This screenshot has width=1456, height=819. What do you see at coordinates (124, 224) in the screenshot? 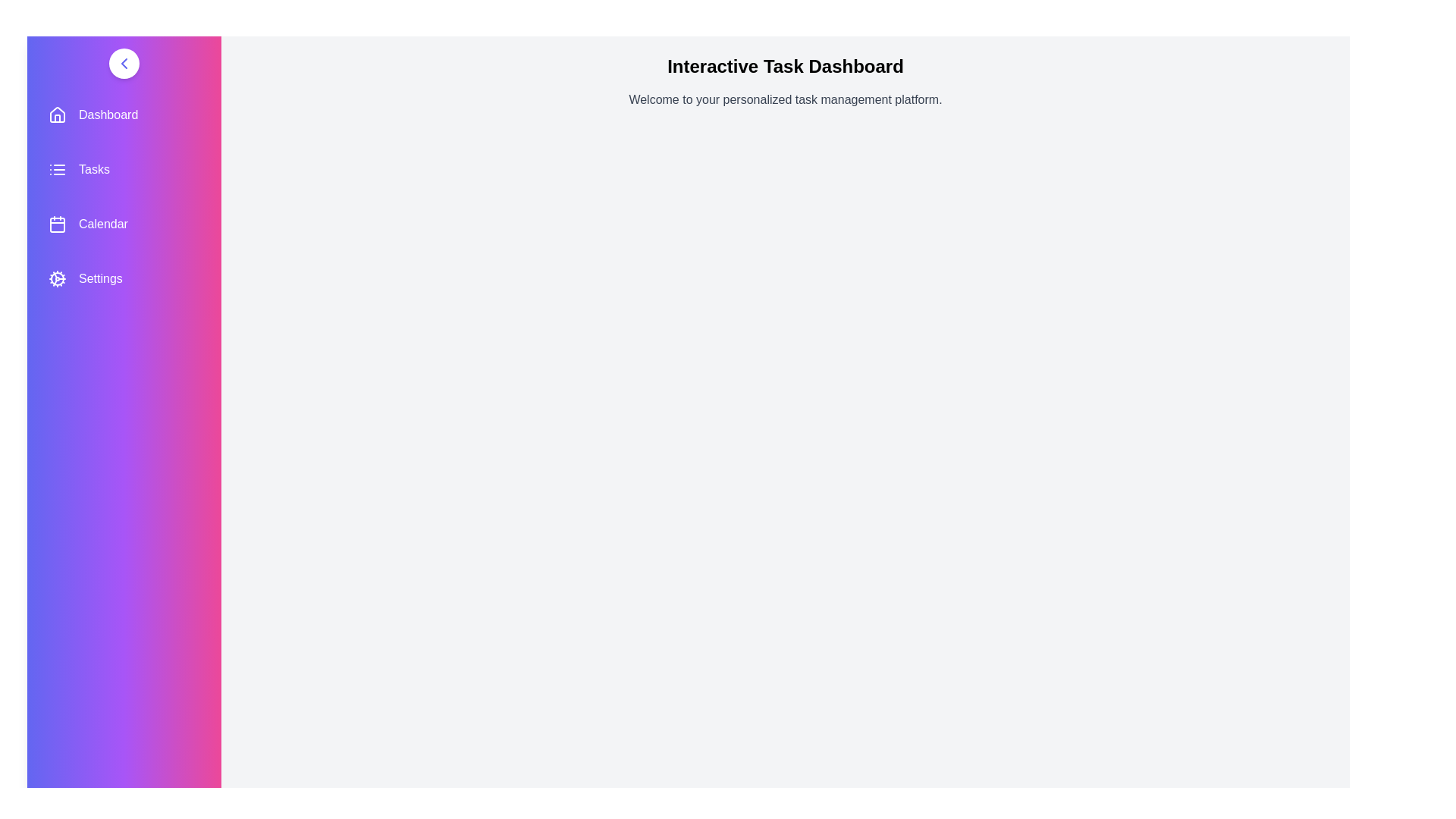
I see `the menu item labeled Calendar to observe its hover effect` at bounding box center [124, 224].